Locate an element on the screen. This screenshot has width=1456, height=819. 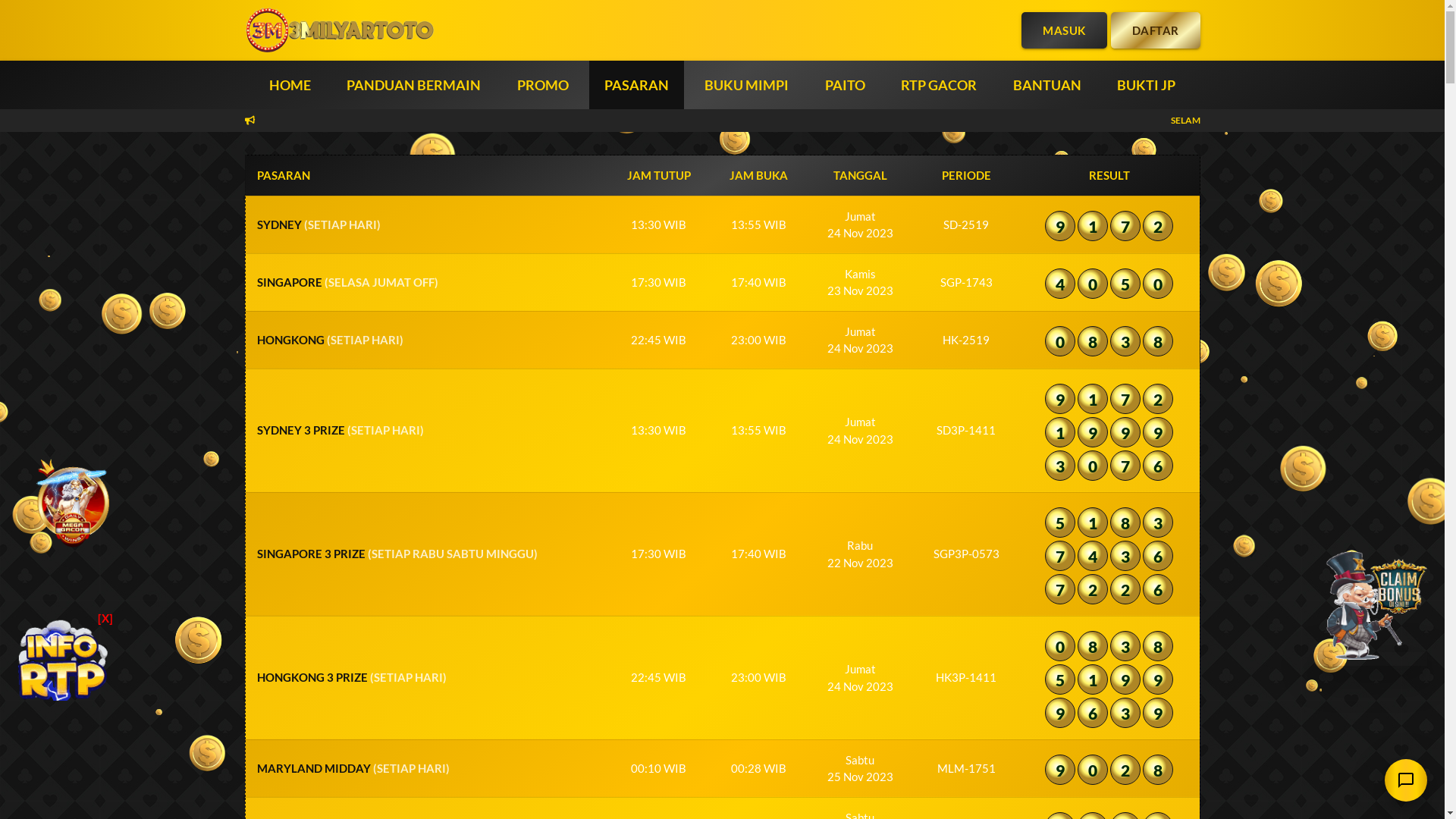
'MARYLAND MIDDAY (SETIAP HARI)' is located at coordinates (352, 768).